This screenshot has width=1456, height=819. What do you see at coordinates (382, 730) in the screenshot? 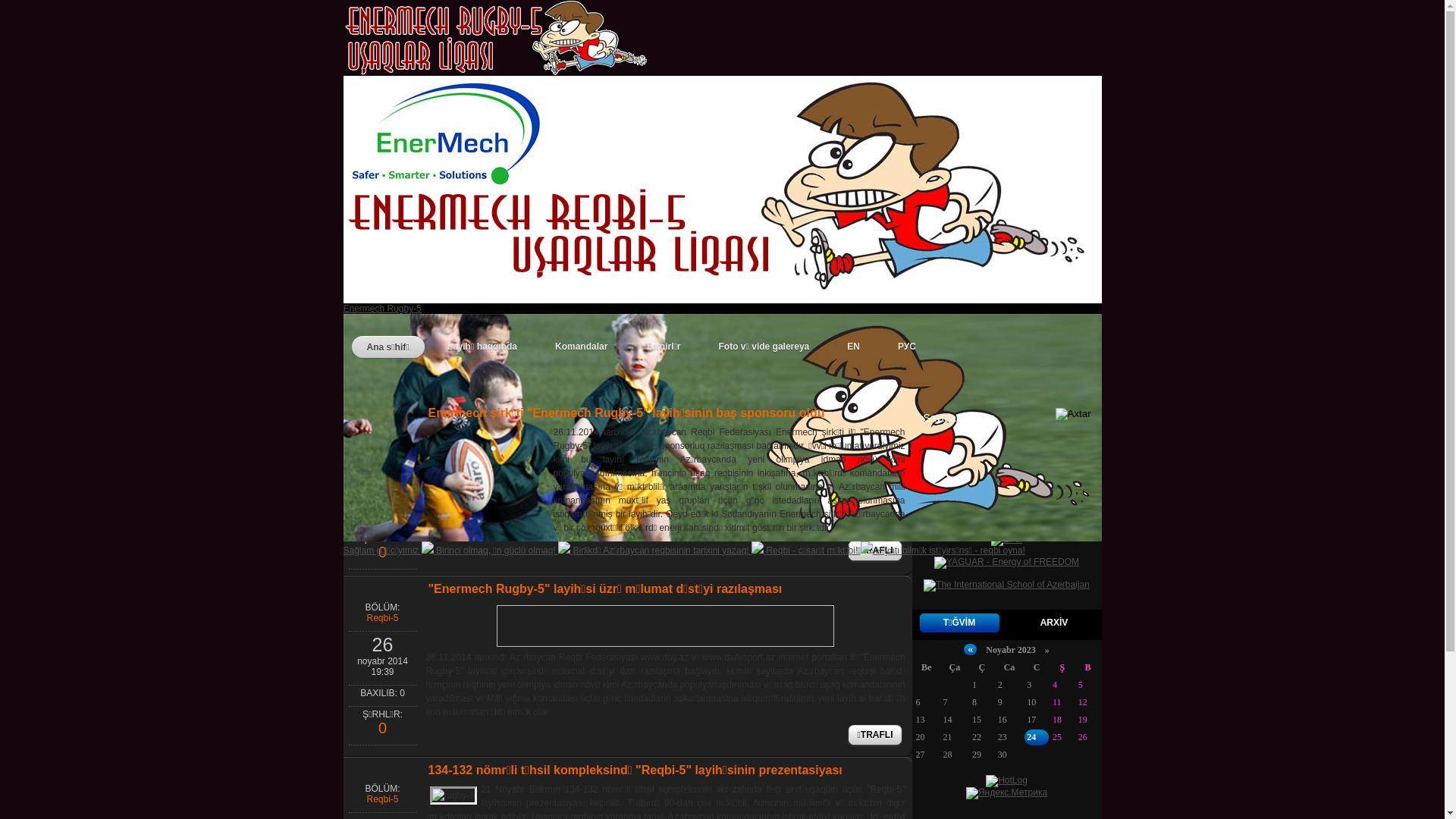
I see `'0'` at bounding box center [382, 730].